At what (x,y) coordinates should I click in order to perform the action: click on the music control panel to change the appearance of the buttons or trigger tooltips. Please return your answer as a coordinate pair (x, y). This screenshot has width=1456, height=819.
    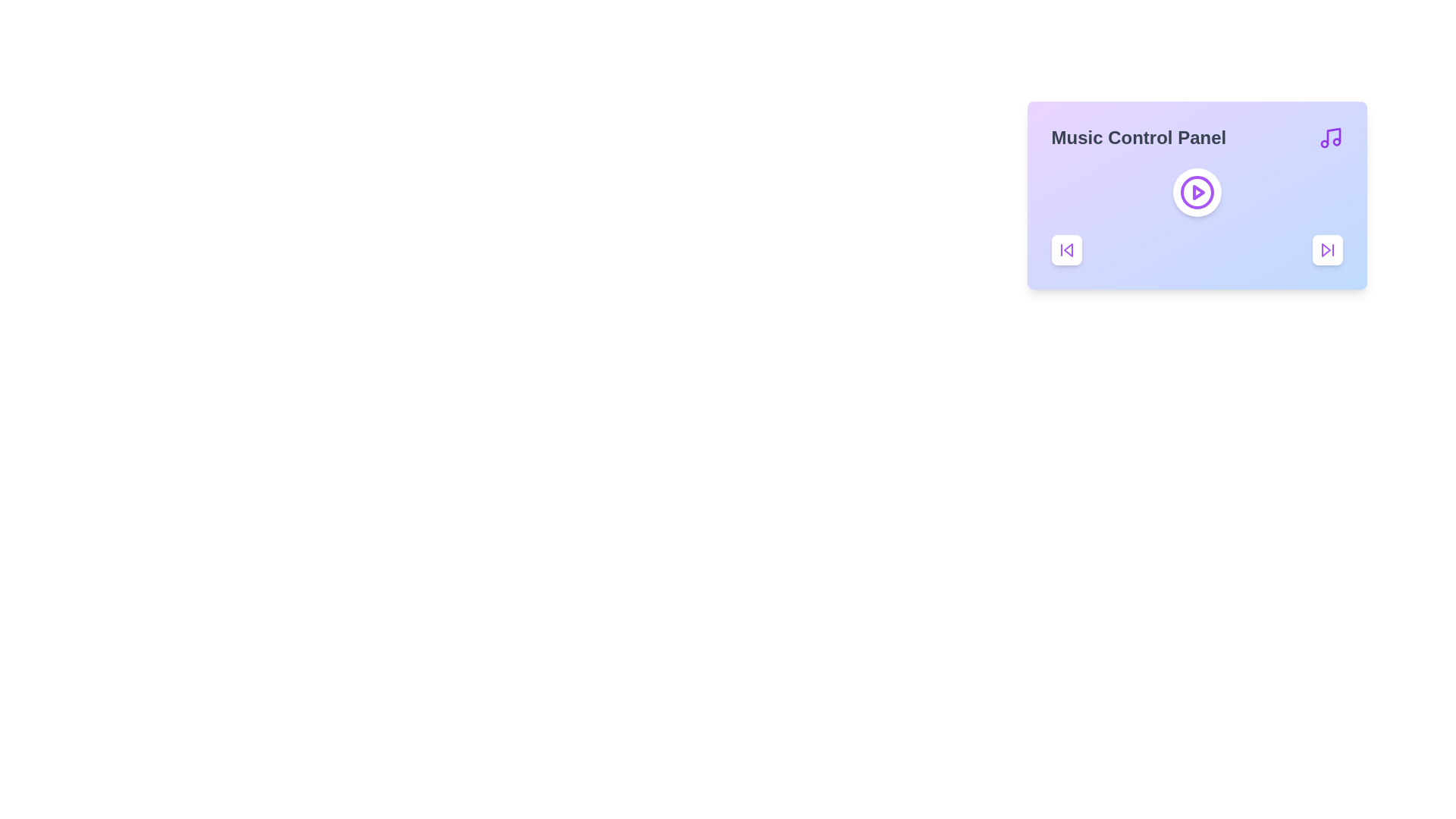
    Looking at the image, I should click on (1196, 195).